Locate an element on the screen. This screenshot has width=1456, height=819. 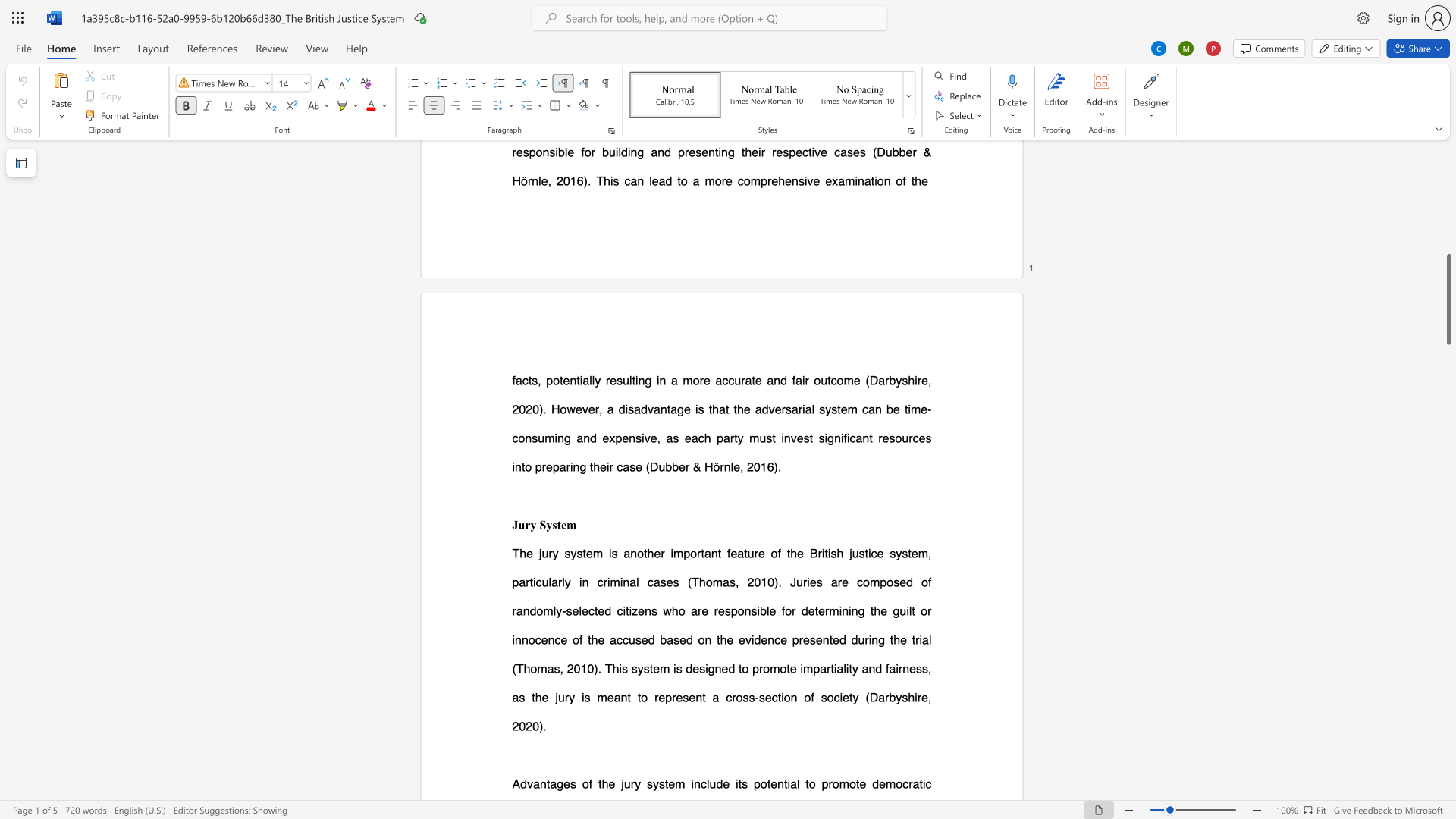
the page's right scrollbar for upward movement is located at coordinates (1448, 341).